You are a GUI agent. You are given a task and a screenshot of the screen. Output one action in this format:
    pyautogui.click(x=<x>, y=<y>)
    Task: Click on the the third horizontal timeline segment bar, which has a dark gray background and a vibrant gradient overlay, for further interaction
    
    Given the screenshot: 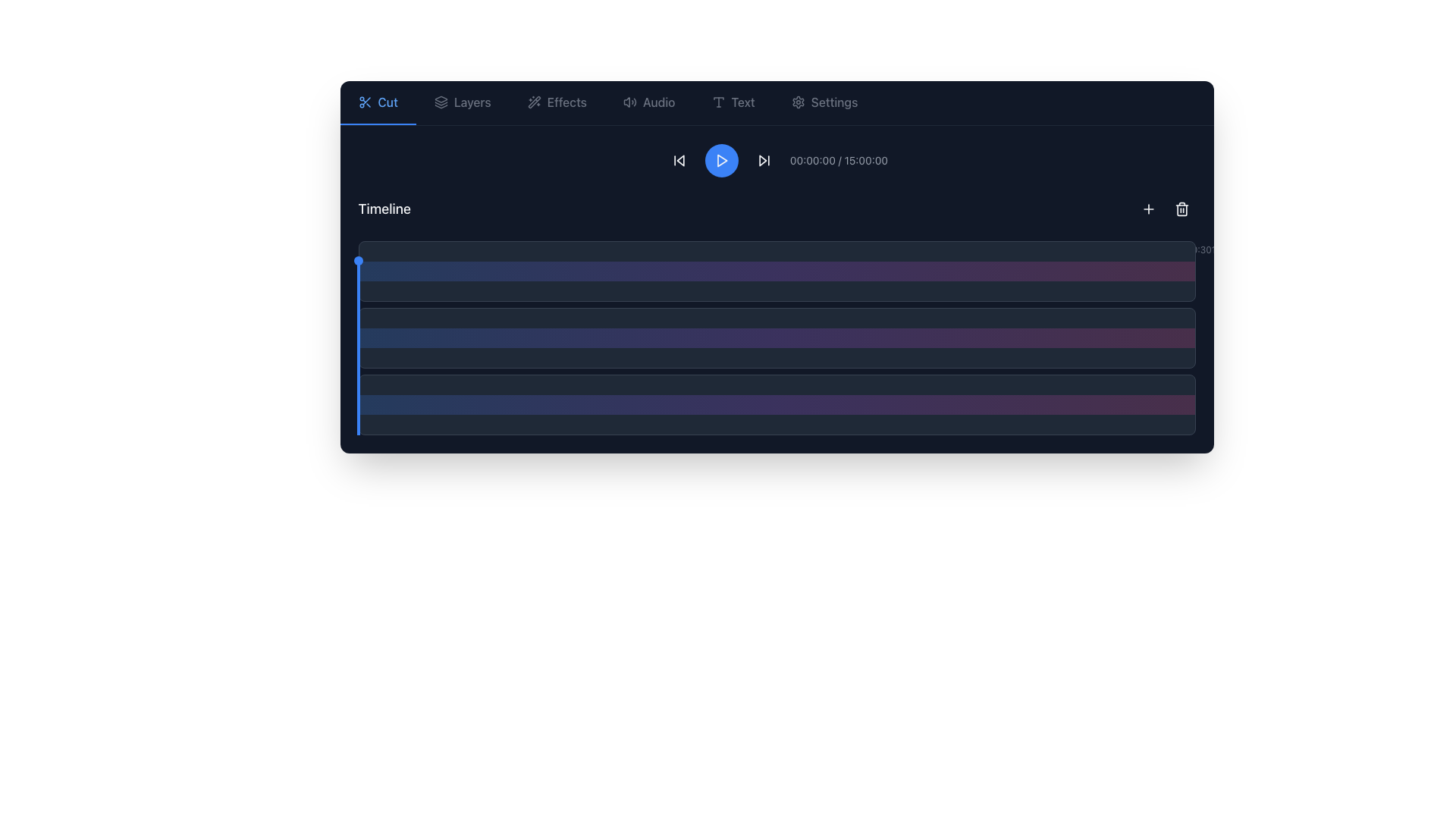 What is the action you would take?
    pyautogui.click(x=777, y=403)
    